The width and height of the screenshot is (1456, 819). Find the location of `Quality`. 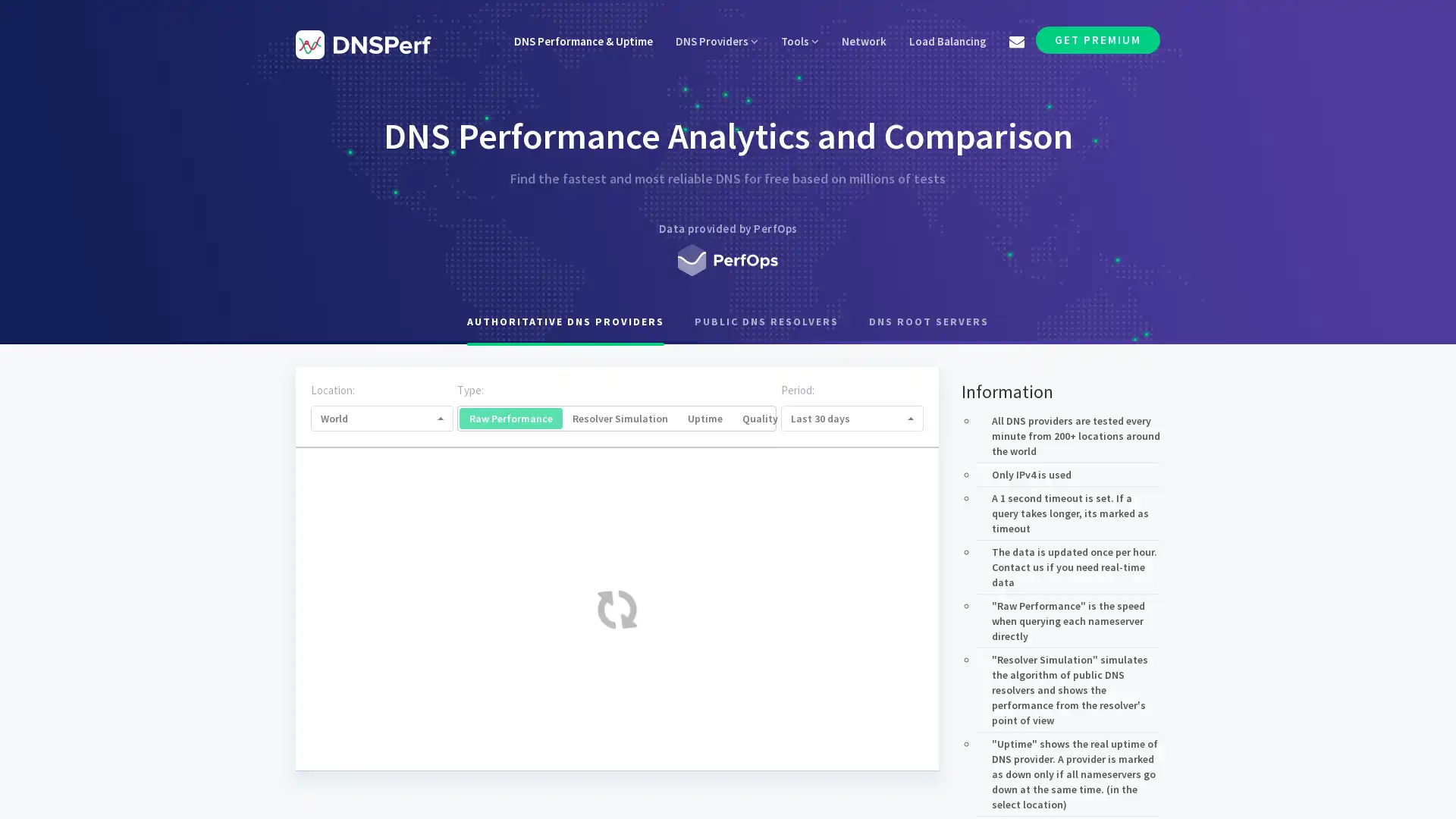

Quality is located at coordinates (760, 418).